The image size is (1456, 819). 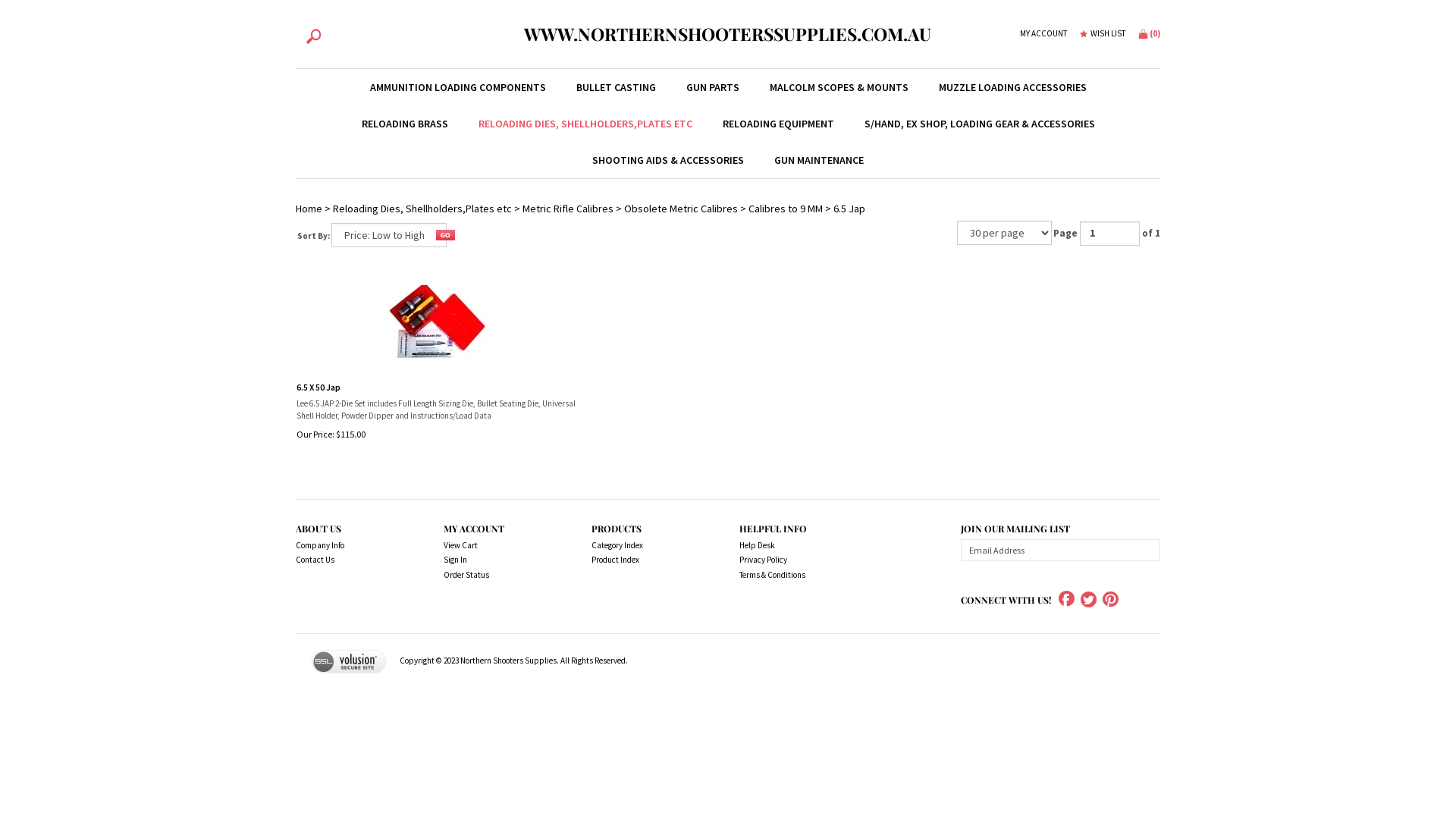 What do you see at coordinates (500, 560) in the screenshot?
I see `'Sign In'` at bounding box center [500, 560].